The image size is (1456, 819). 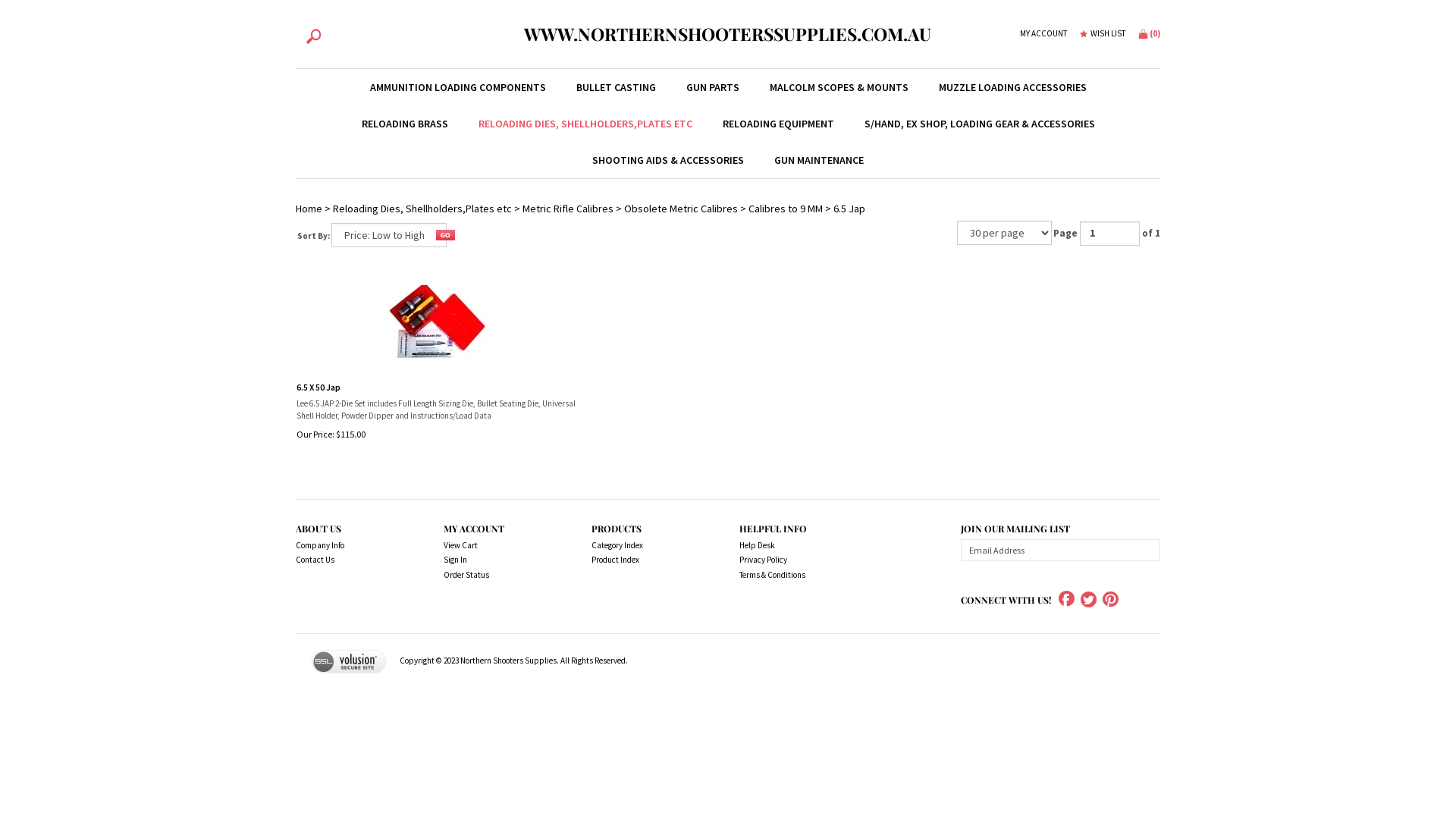 What do you see at coordinates (500, 560) in the screenshot?
I see `'Sign In'` at bounding box center [500, 560].